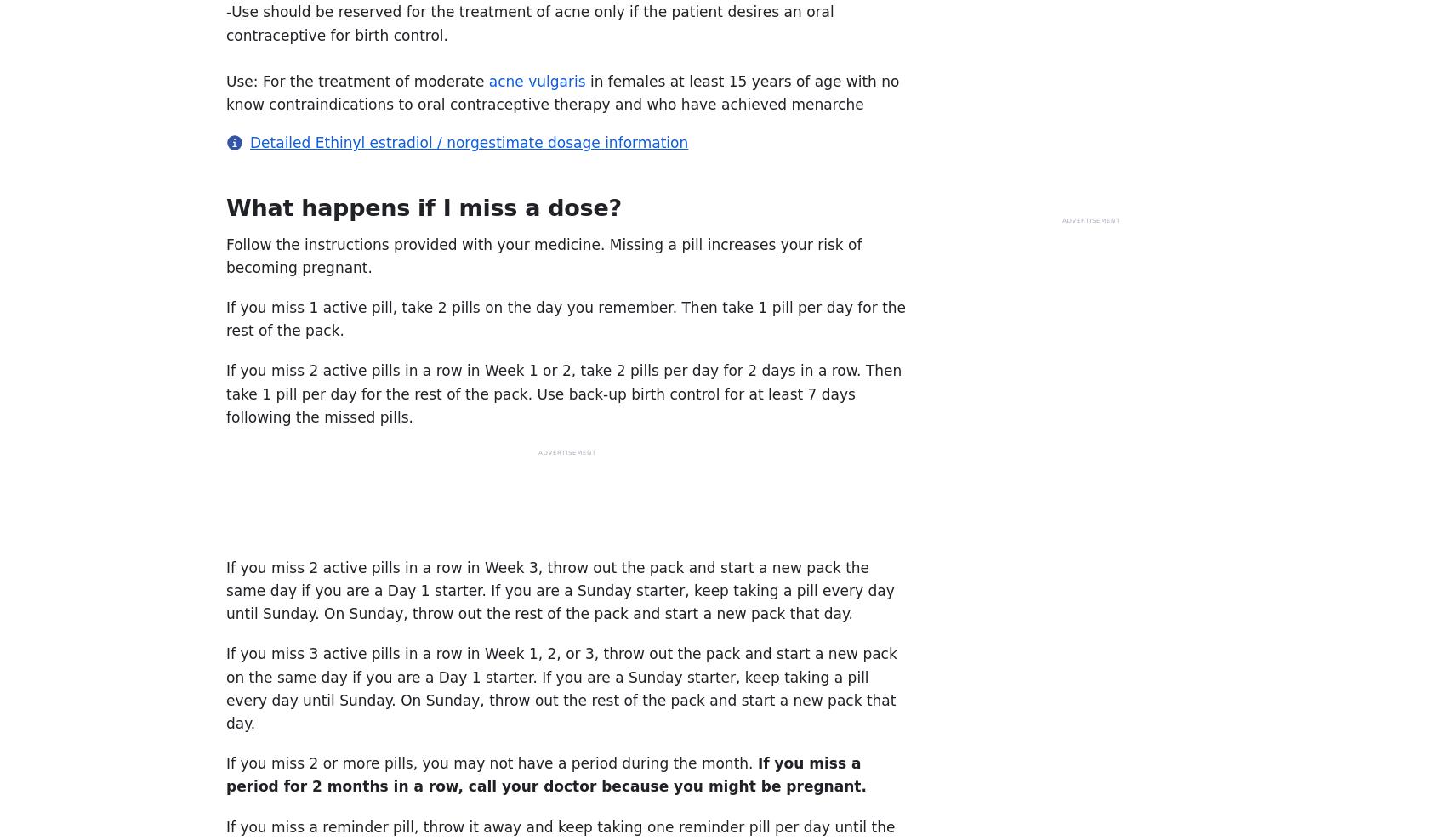 The height and width of the screenshot is (840, 1446). I want to click on 'If you miss 1 active pill, take 2 pills on the day you remember. Then take 1 pill per day for the rest of the pack.', so click(226, 318).